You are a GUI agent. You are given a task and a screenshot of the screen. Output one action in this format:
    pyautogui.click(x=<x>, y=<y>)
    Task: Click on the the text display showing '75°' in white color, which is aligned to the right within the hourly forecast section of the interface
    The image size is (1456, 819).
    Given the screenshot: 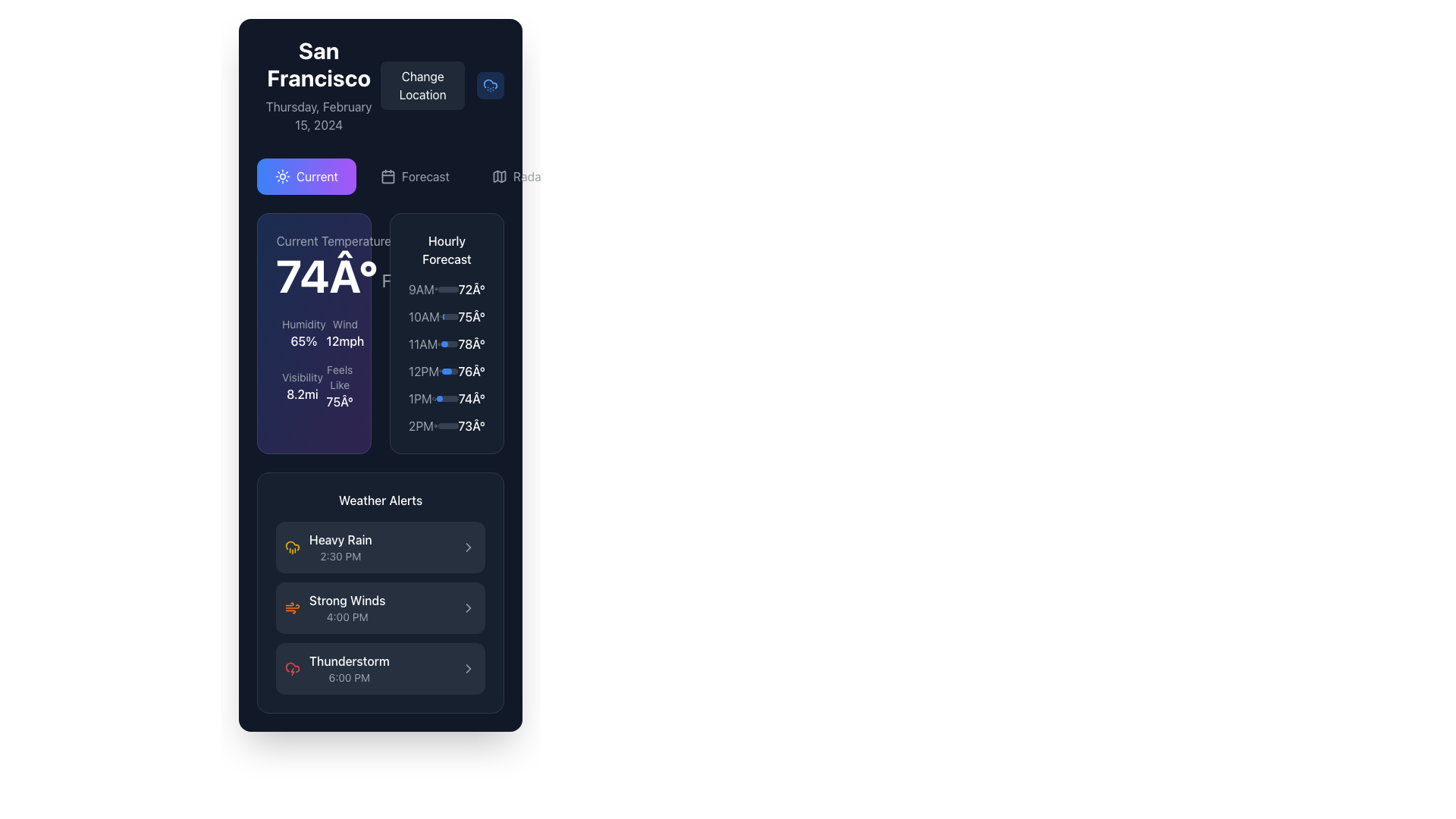 What is the action you would take?
    pyautogui.click(x=471, y=315)
    